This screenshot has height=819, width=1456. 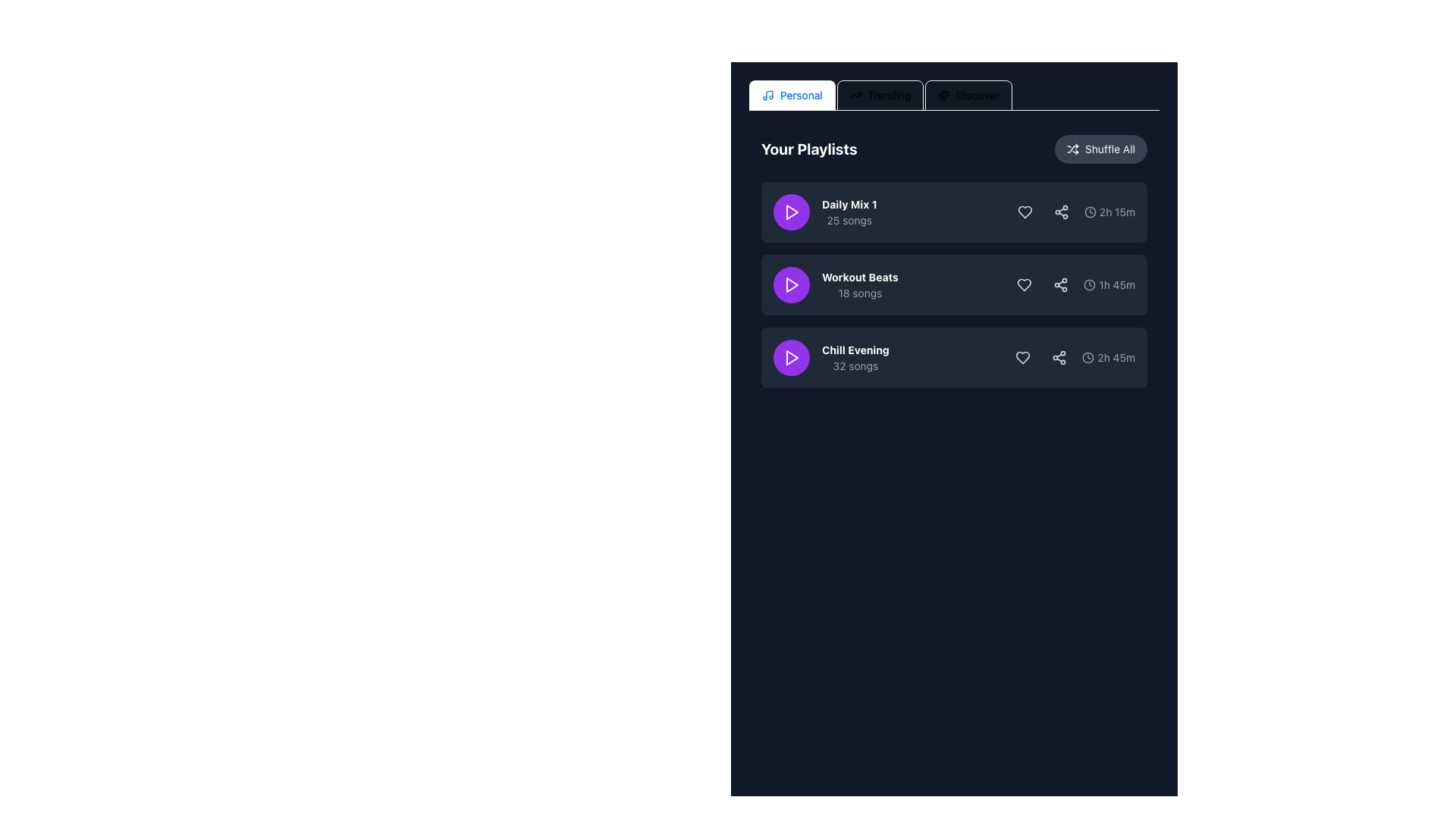 I want to click on the 'like' button next to the 'Workout Beats' playlist to indicate preference or save the playlist, so click(x=1025, y=284).